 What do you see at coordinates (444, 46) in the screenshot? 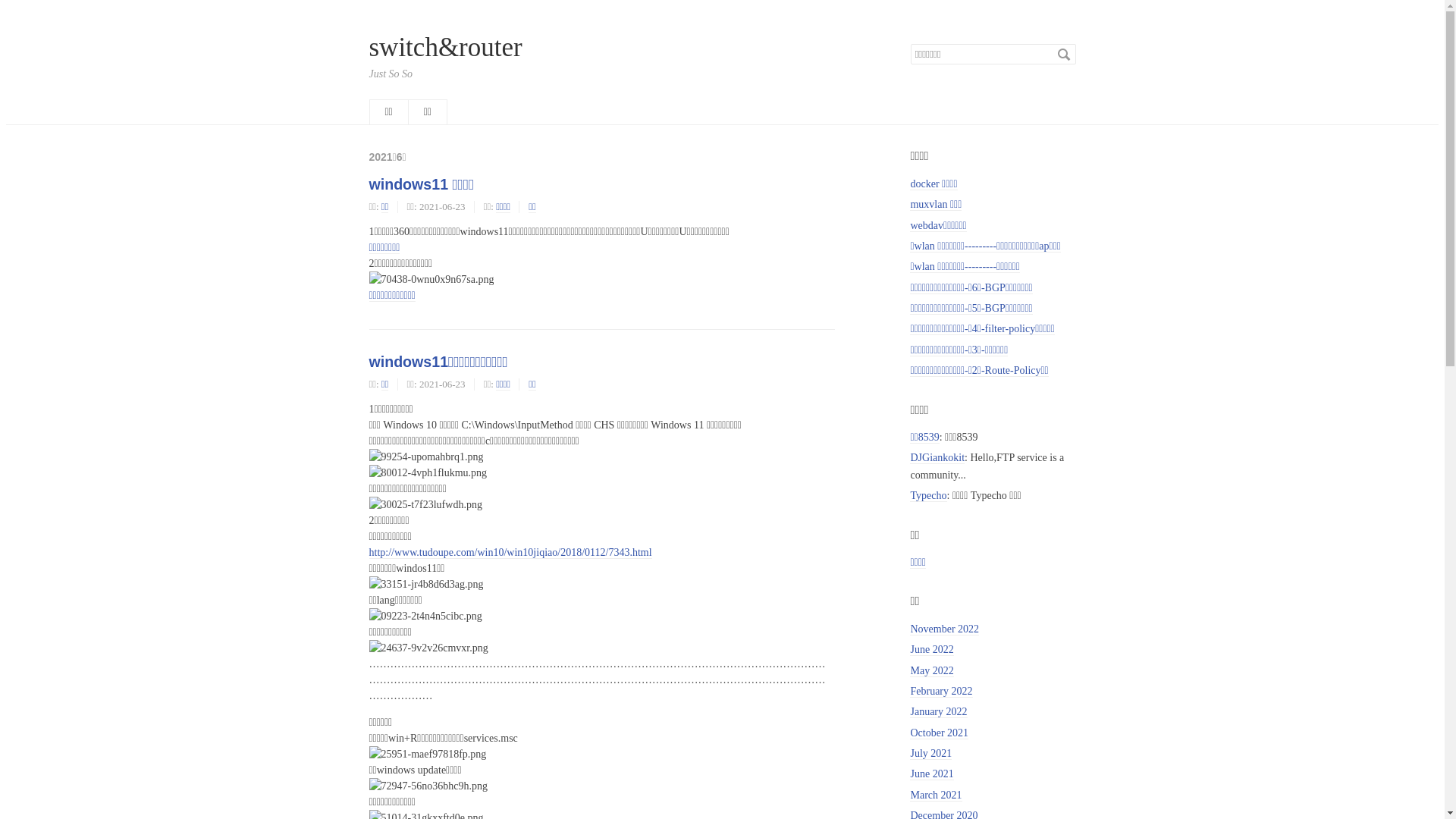
I see `'switch&router'` at bounding box center [444, 46].